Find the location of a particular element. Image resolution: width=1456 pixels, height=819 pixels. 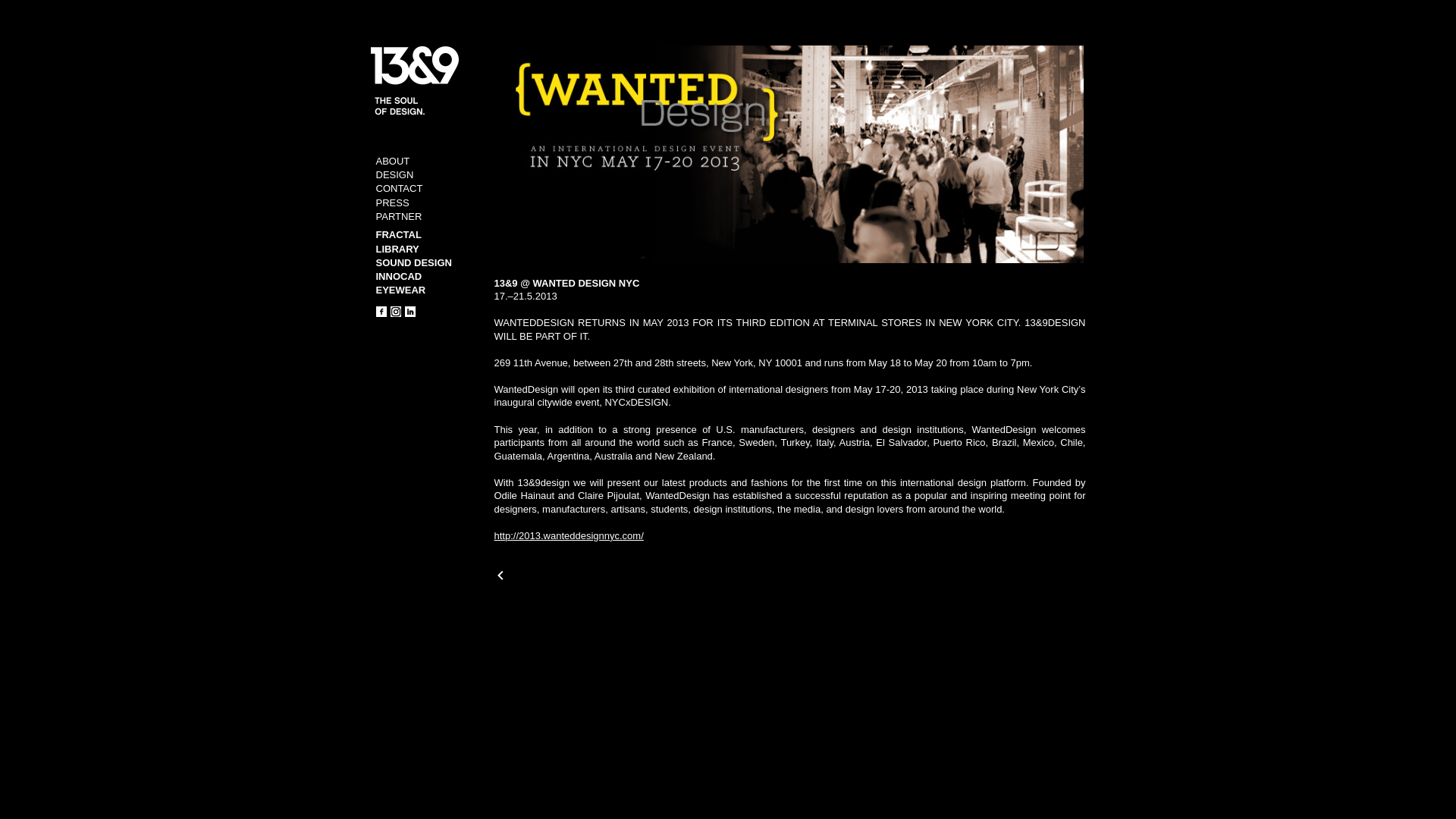

'http://2013.wanteddesignnyc.com/' is located at coordinates (568, 535).